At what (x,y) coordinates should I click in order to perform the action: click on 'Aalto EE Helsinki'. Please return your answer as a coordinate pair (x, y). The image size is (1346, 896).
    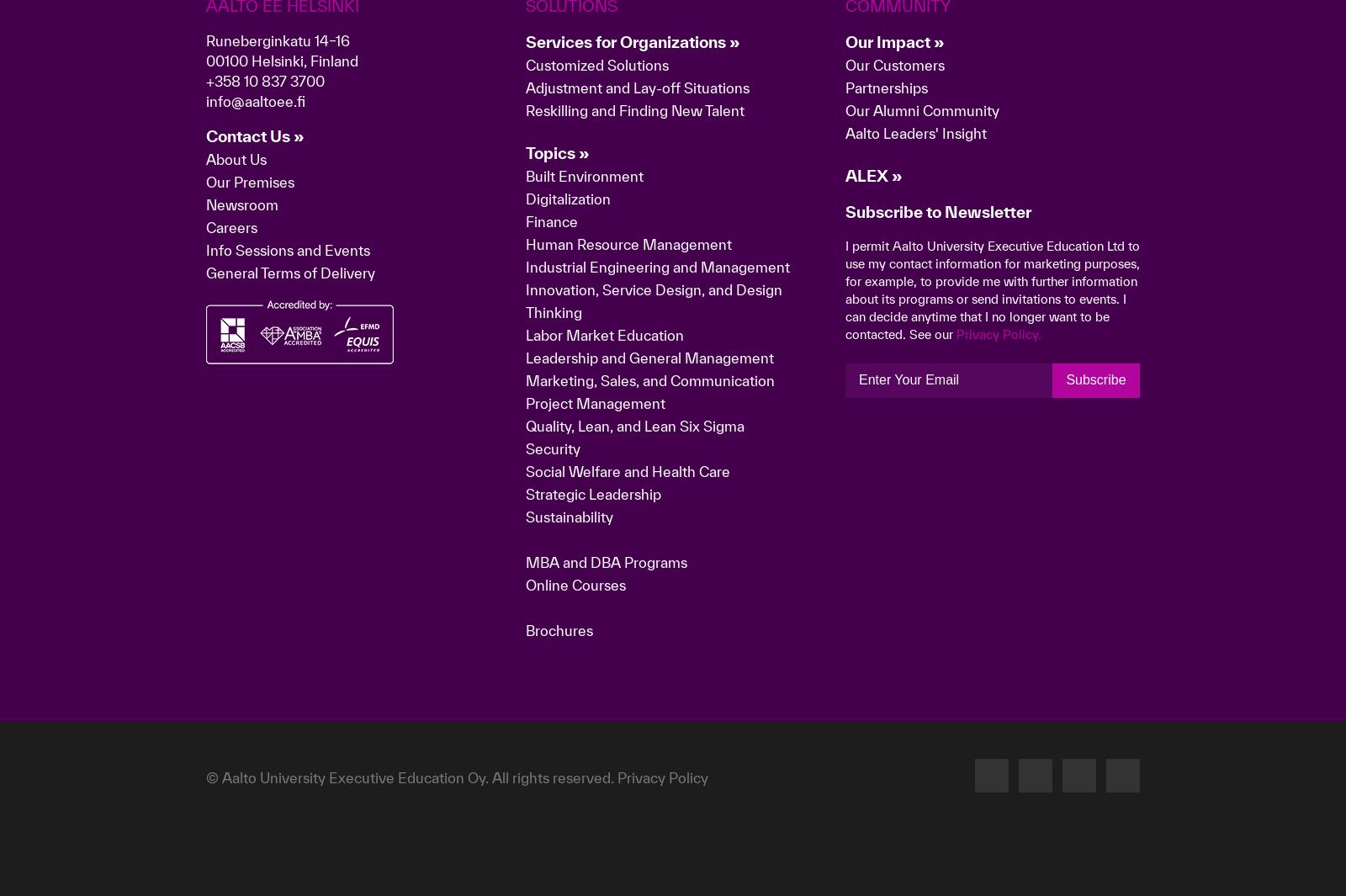
    Looking at the image, I should click on (283, 269).